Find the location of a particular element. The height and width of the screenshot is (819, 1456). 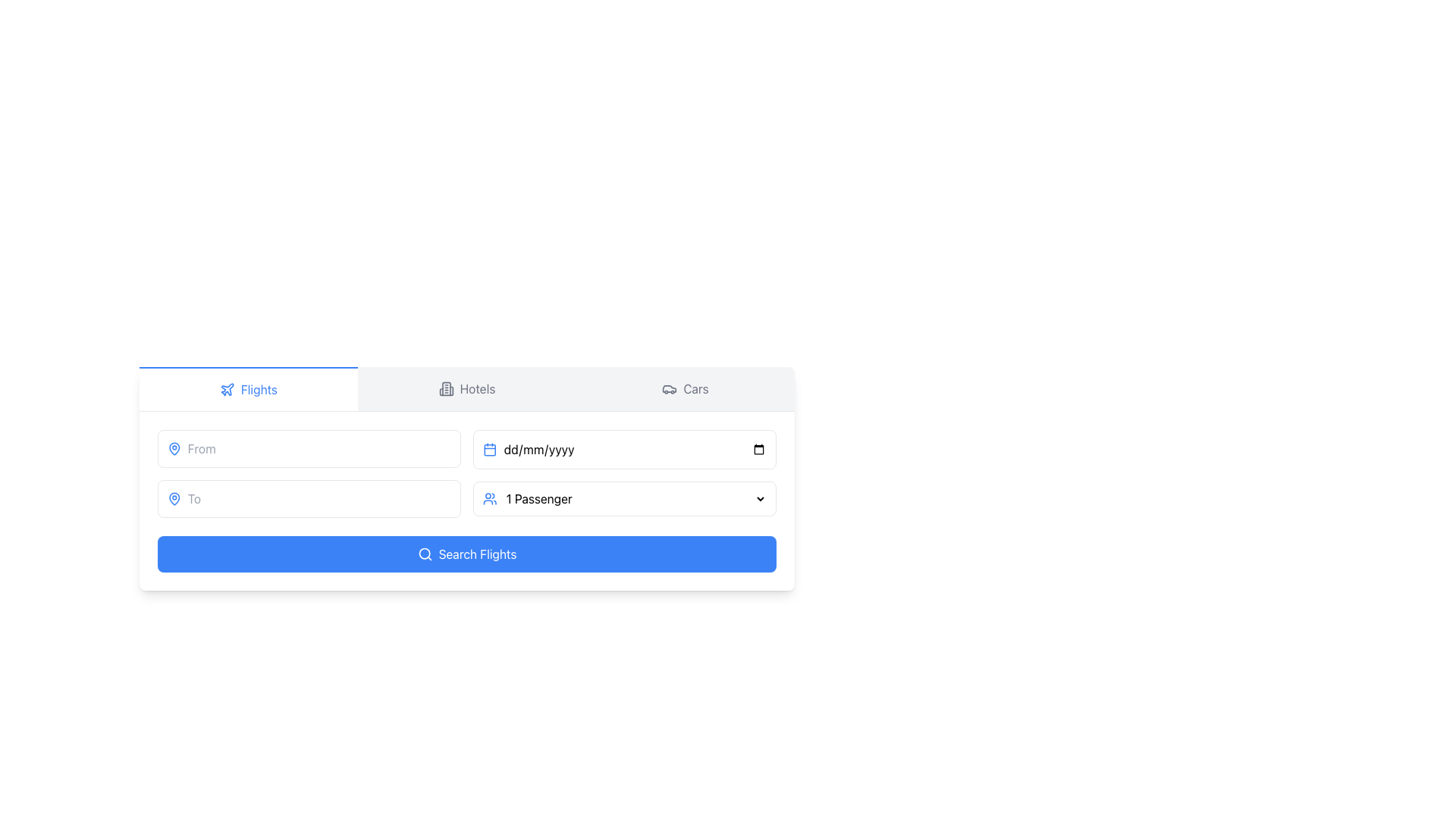

the search icon located to the left of the 'Search Flights' button, which serves to enhance the search functionality visually is located at coordinates (425, 554).